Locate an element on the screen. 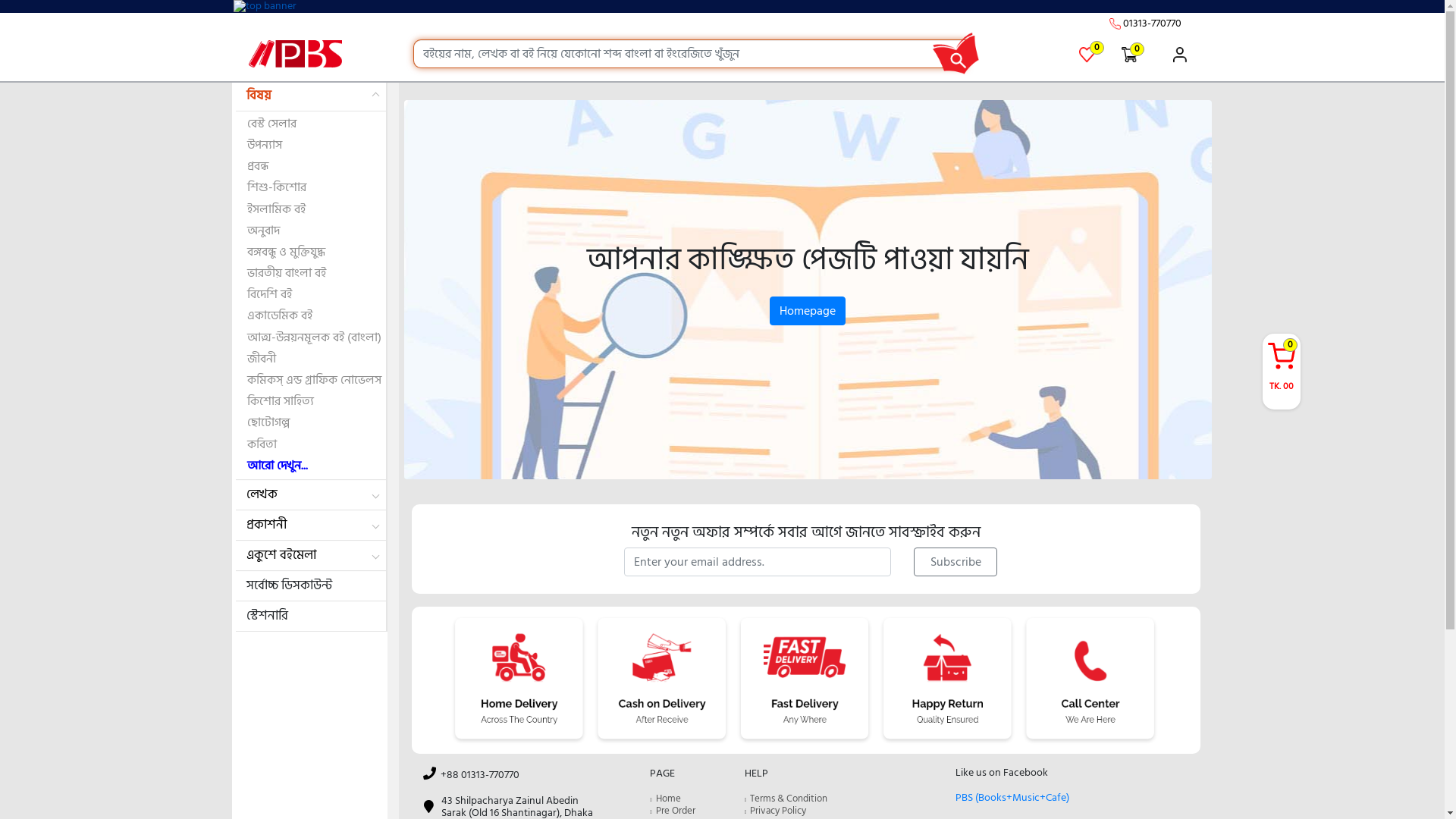  '01313-770770' is located at coordinates (1151, 23).